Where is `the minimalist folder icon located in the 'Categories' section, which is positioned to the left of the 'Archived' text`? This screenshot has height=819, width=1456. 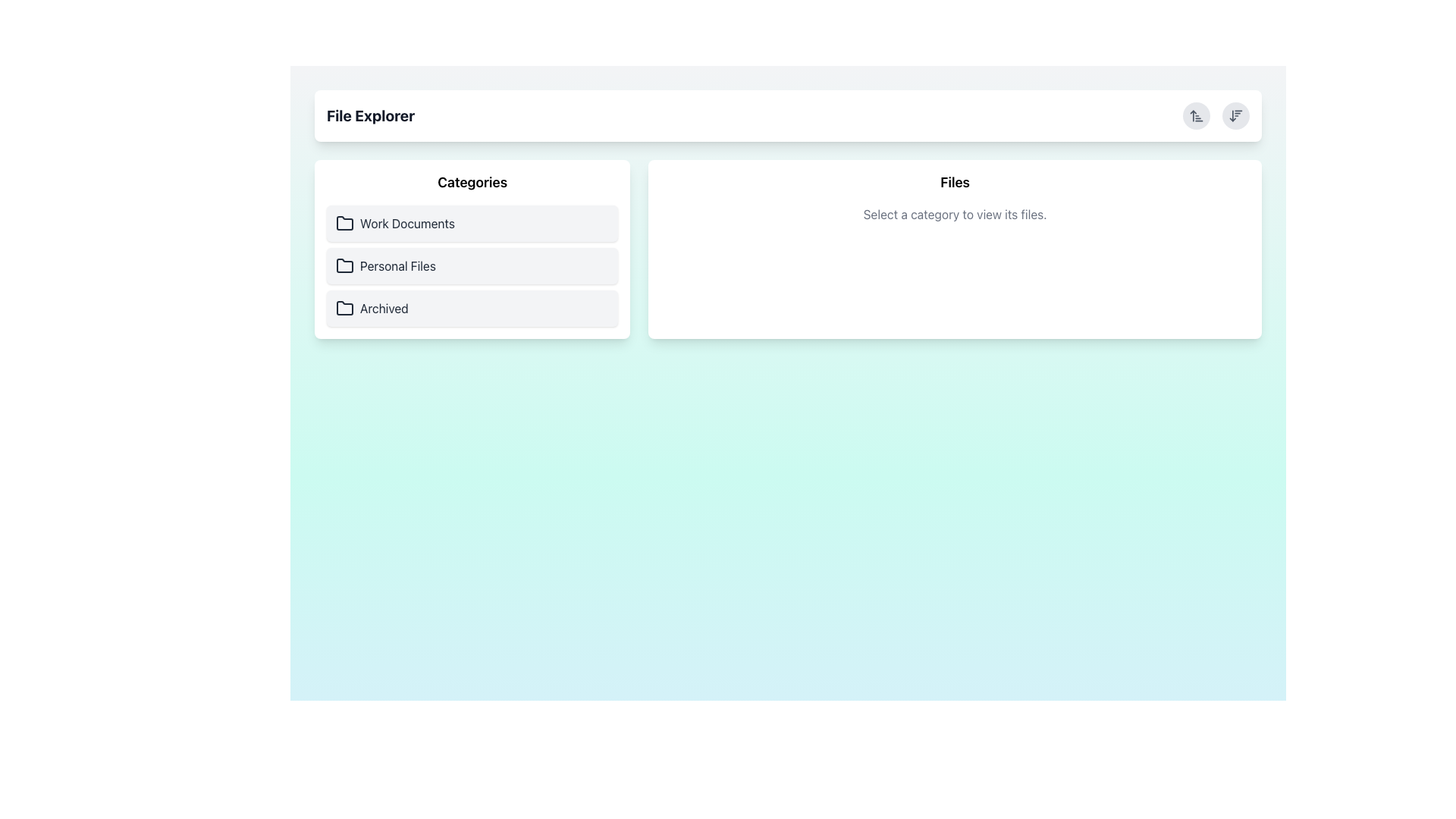
the minimalist folder icon located in the 'Categories' section, which is positioned to the left of the 'Archived' text is located at coordinates (344, 308).